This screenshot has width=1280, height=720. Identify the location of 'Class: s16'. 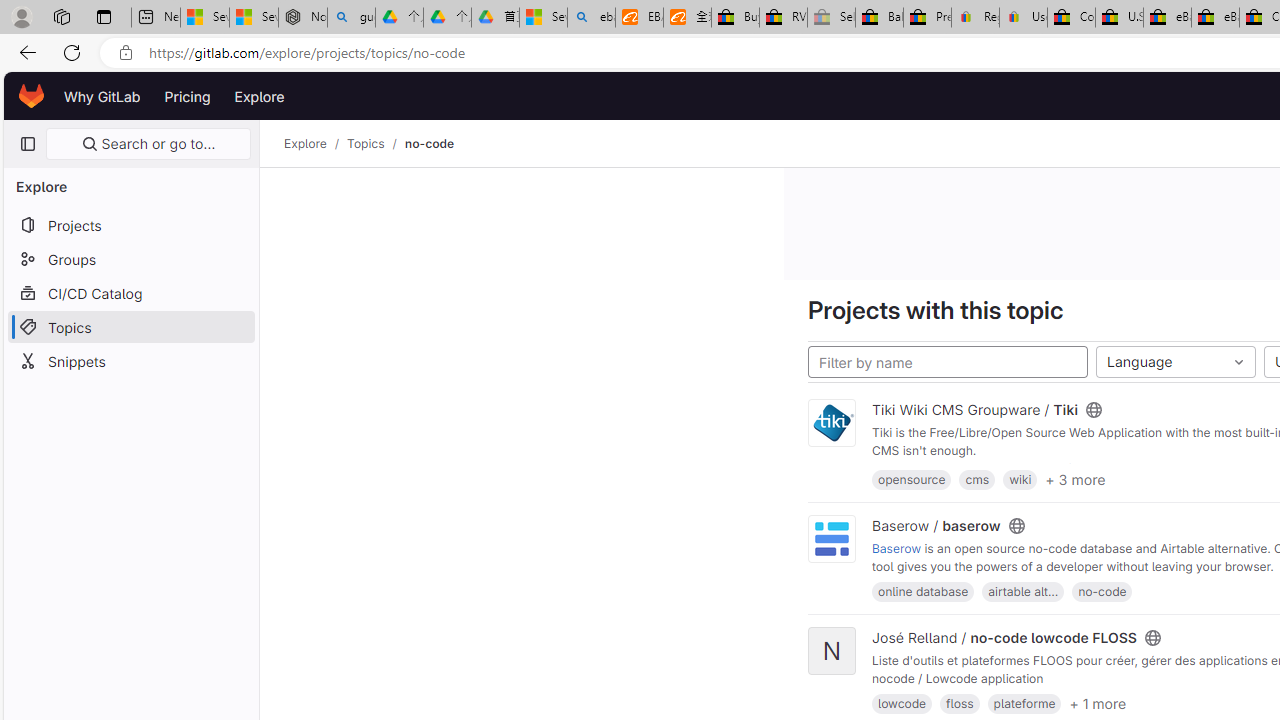
(1152, 638).